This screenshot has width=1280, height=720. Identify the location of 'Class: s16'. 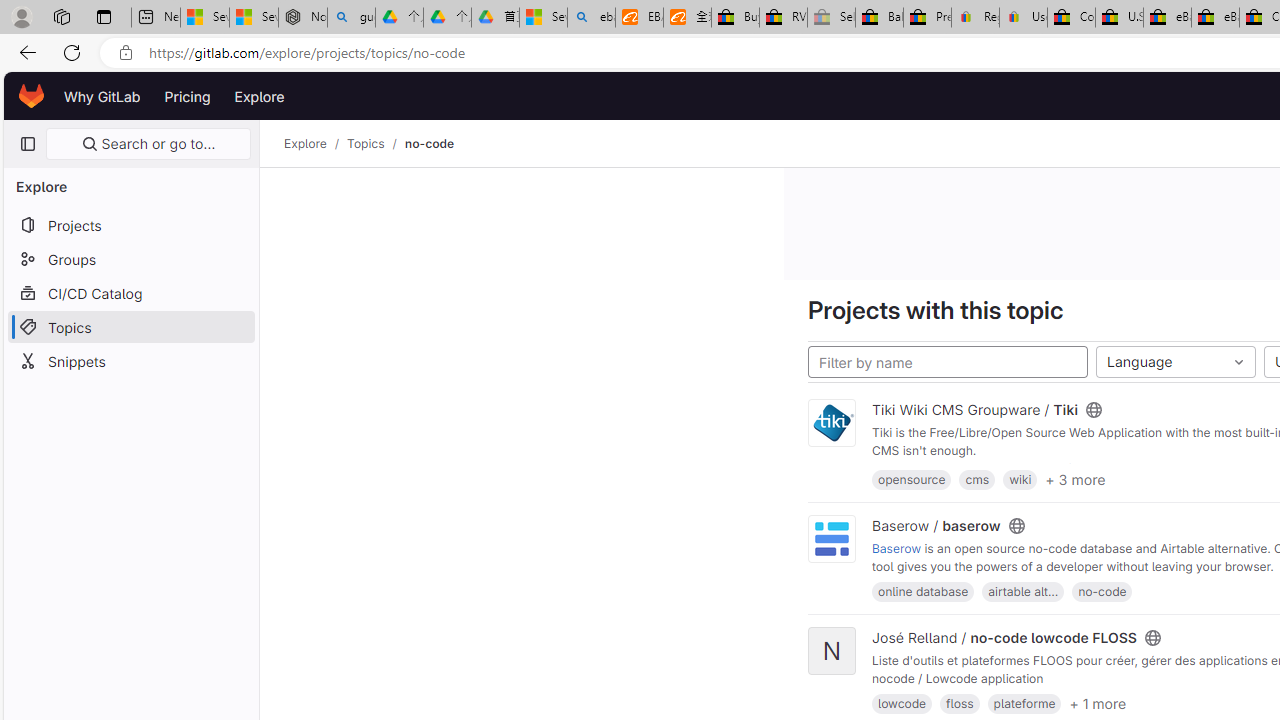
(1152, 638).